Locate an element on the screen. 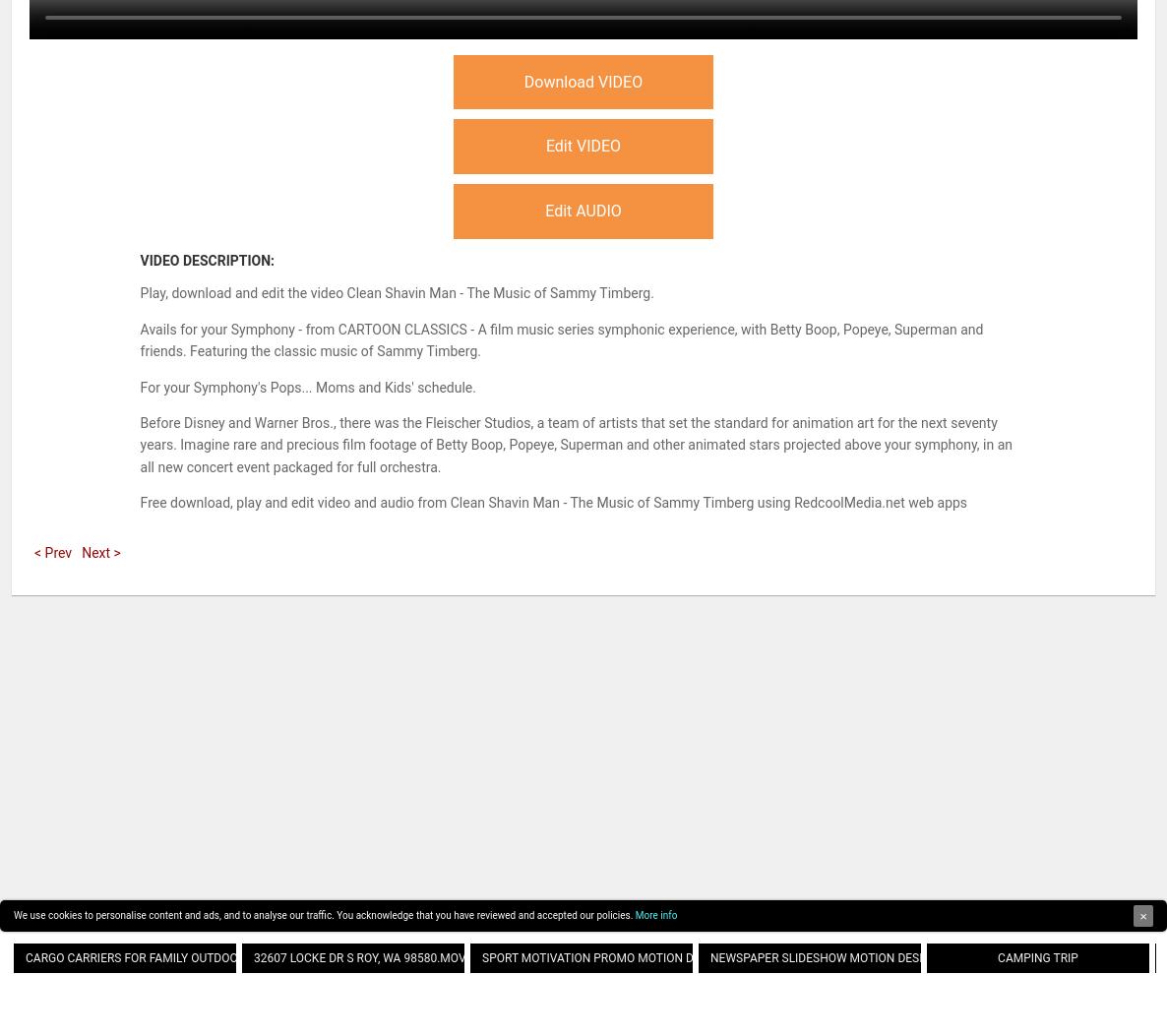  'Avails for your Symphony - from CARTOON CLASSICS - A film music series symphonic experience, with Betty Boop, Popeye, Superman and friends. Featuring the classic music of Sammy Timberg.' is located at coordinates (561, 338).